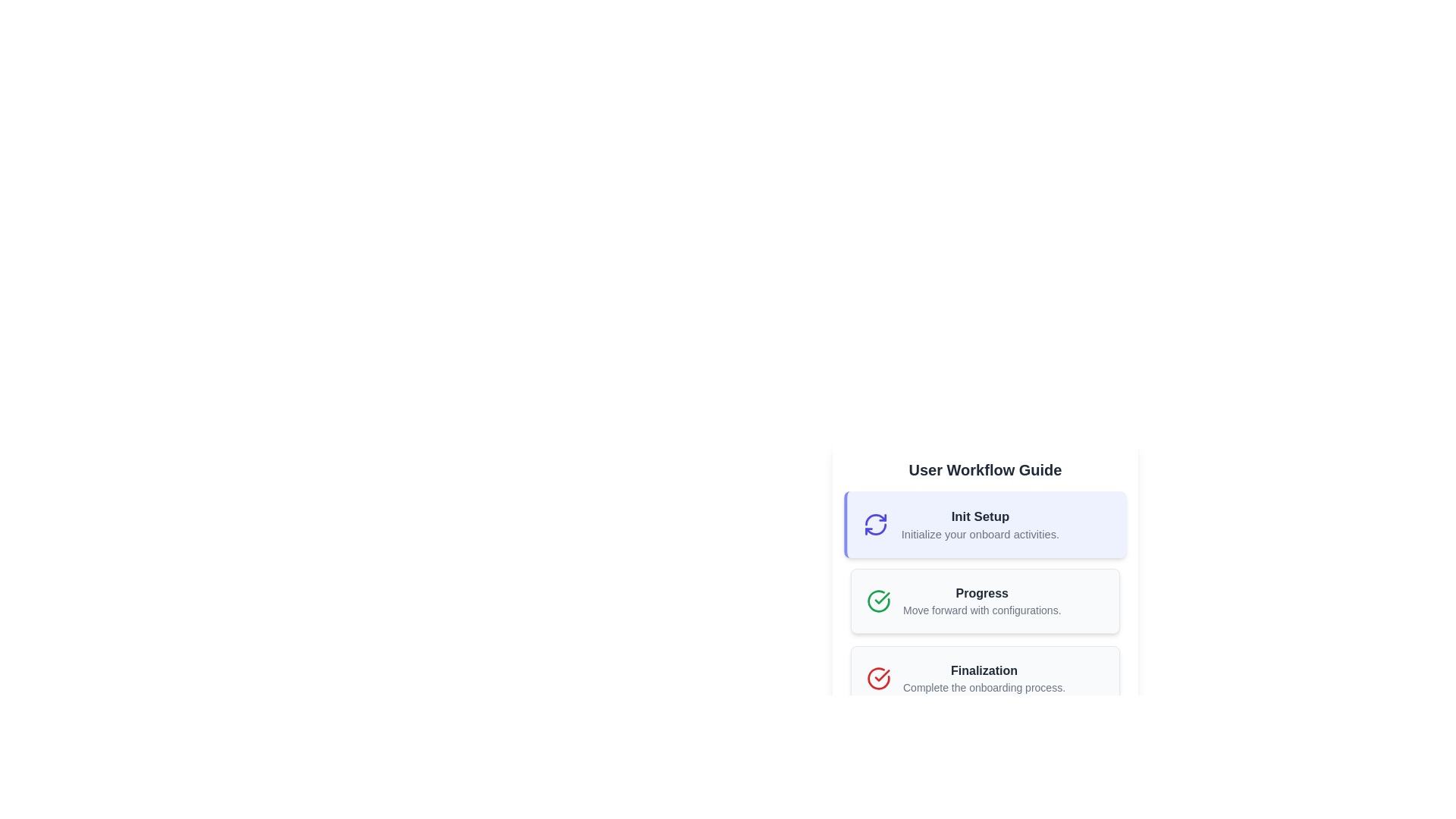 This screenshot has height=819, width=1456. What do you see at coordinates (876, 529) in the screenshot?
I see `the bottom-right segment of the circular arrow icon that represents refreshing or updating actions` at bounding box center [876, 529].